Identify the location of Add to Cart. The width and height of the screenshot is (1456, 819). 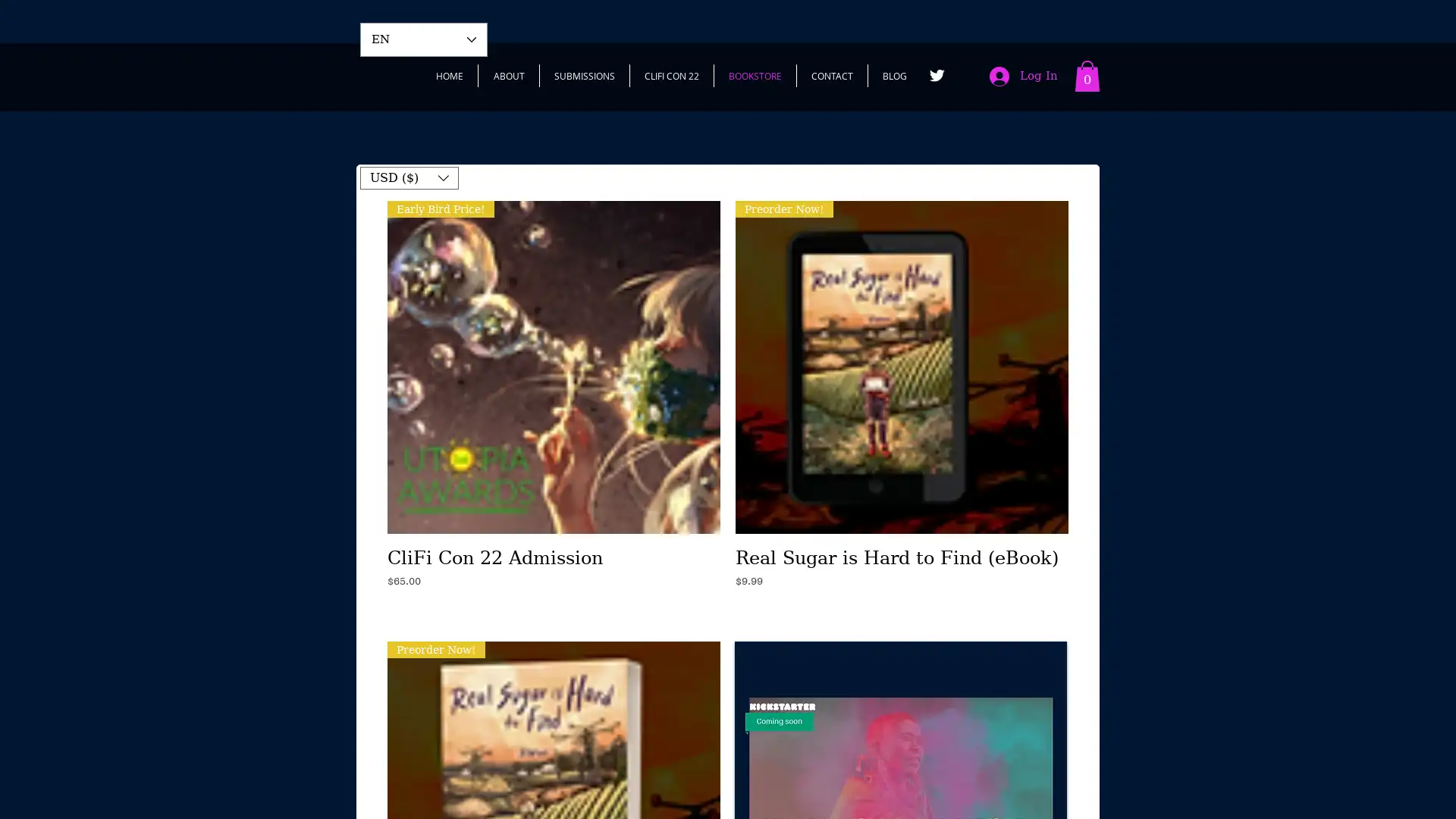
(553, 610).